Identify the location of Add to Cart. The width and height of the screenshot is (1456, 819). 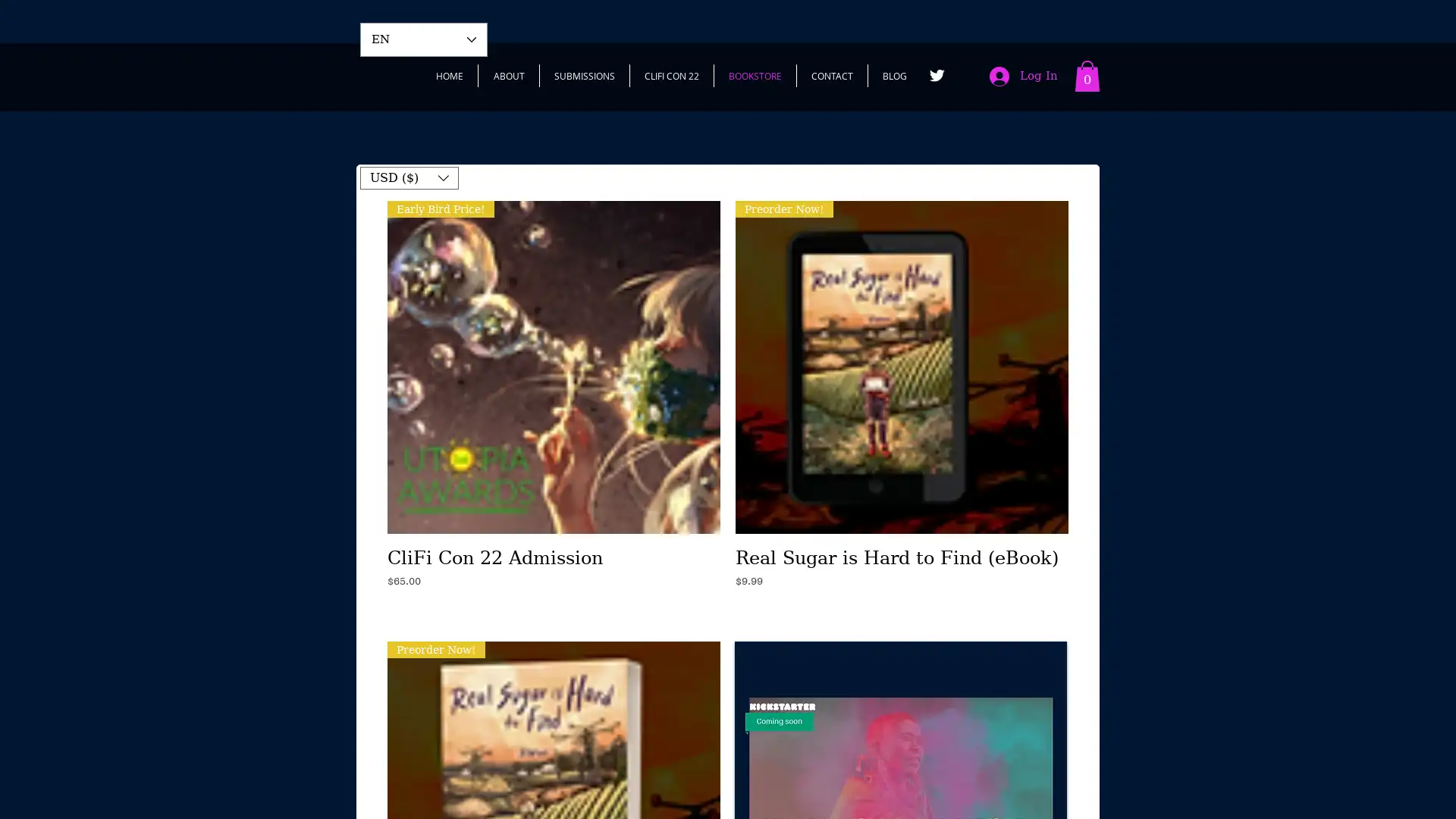
(553, 610).